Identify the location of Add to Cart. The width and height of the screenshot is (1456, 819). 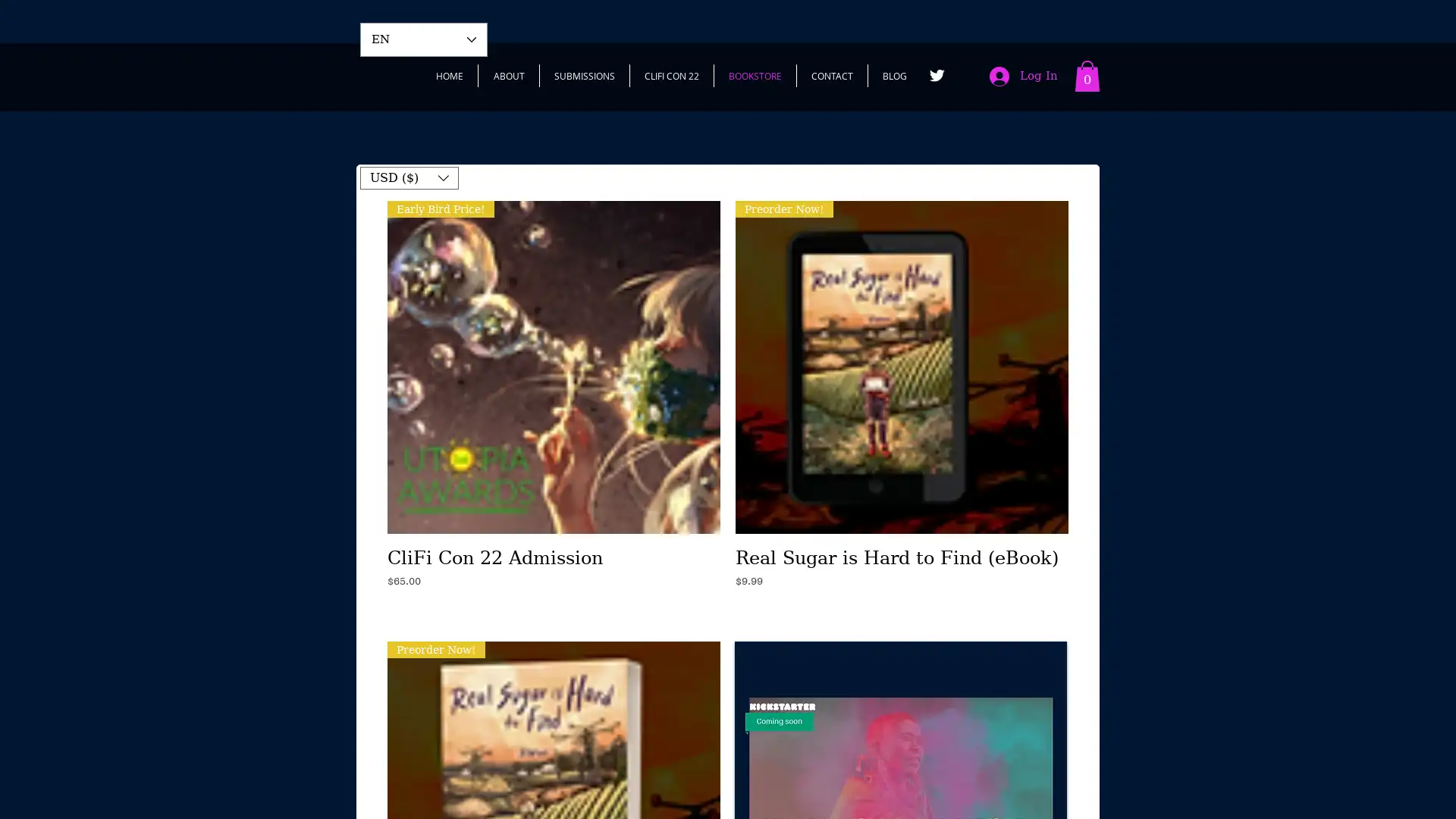
(553, 610).